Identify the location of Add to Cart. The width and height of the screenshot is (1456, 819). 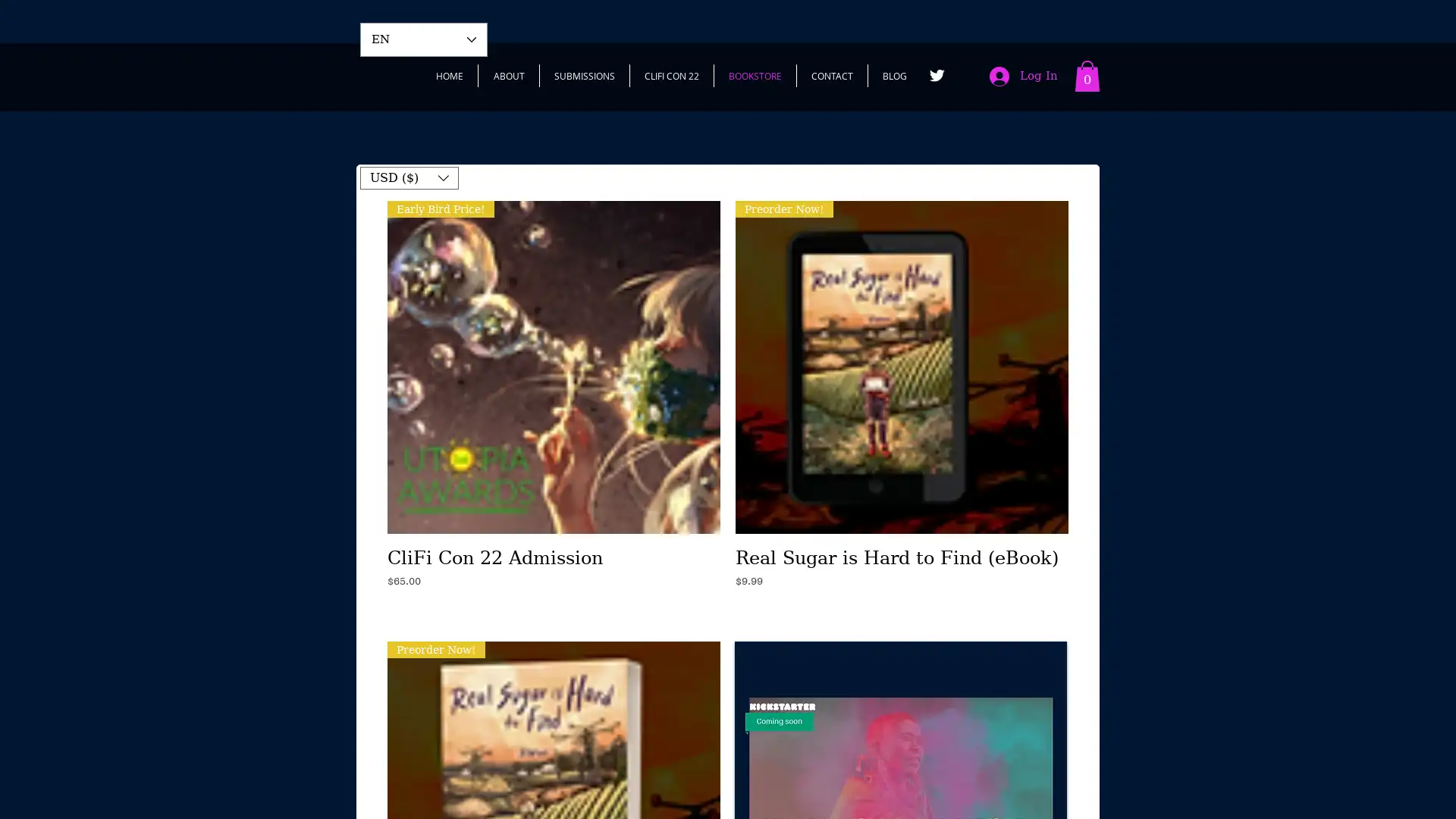
(553, 610).